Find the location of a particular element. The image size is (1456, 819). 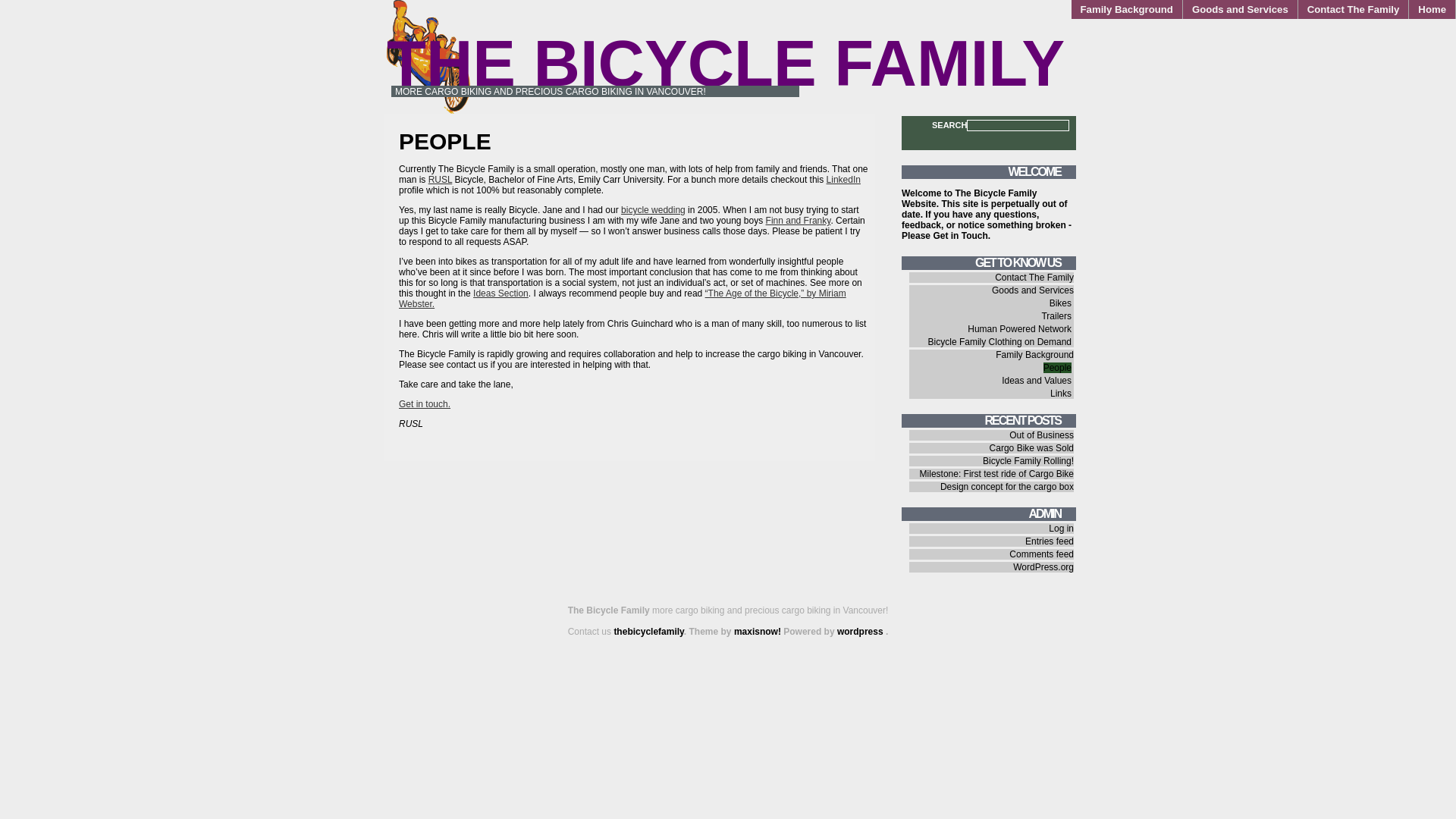

'WordPress.org' is located at coordinates (1043, 567).